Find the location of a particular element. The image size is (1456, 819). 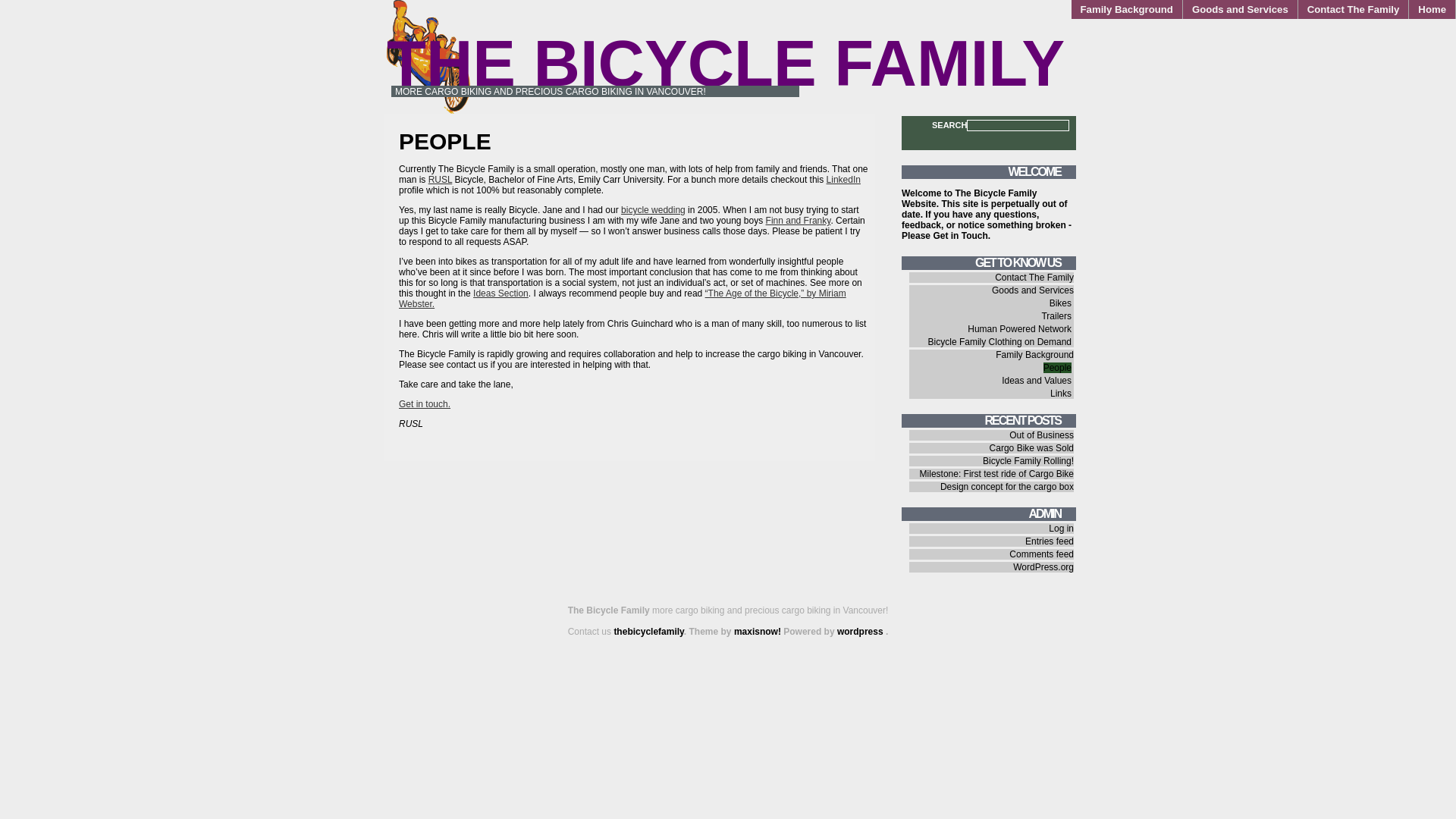

'WordPress.org' is located at coordinates (1043, 567).